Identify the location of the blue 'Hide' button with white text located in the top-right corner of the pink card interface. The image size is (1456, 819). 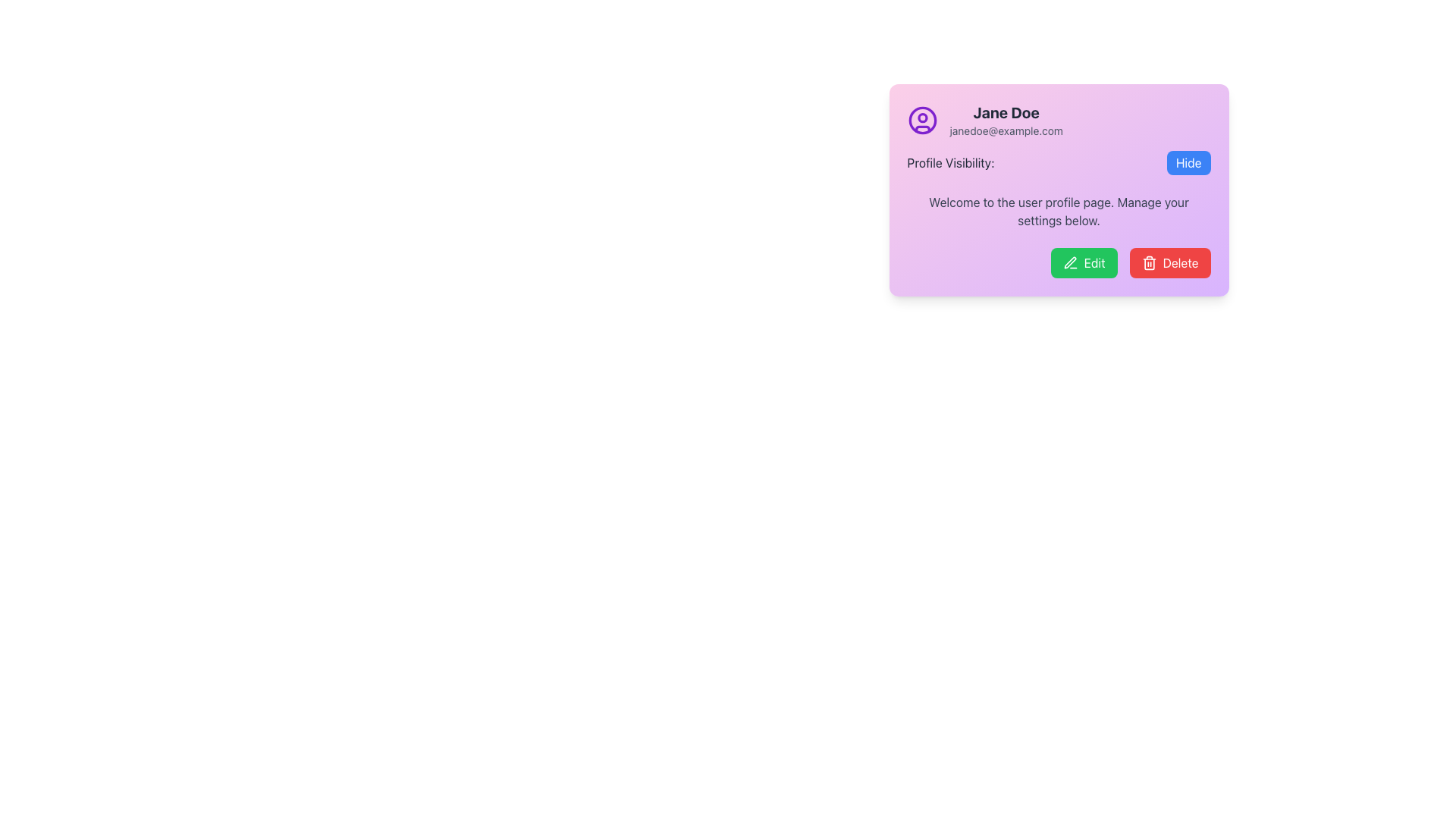
(1188, 163).